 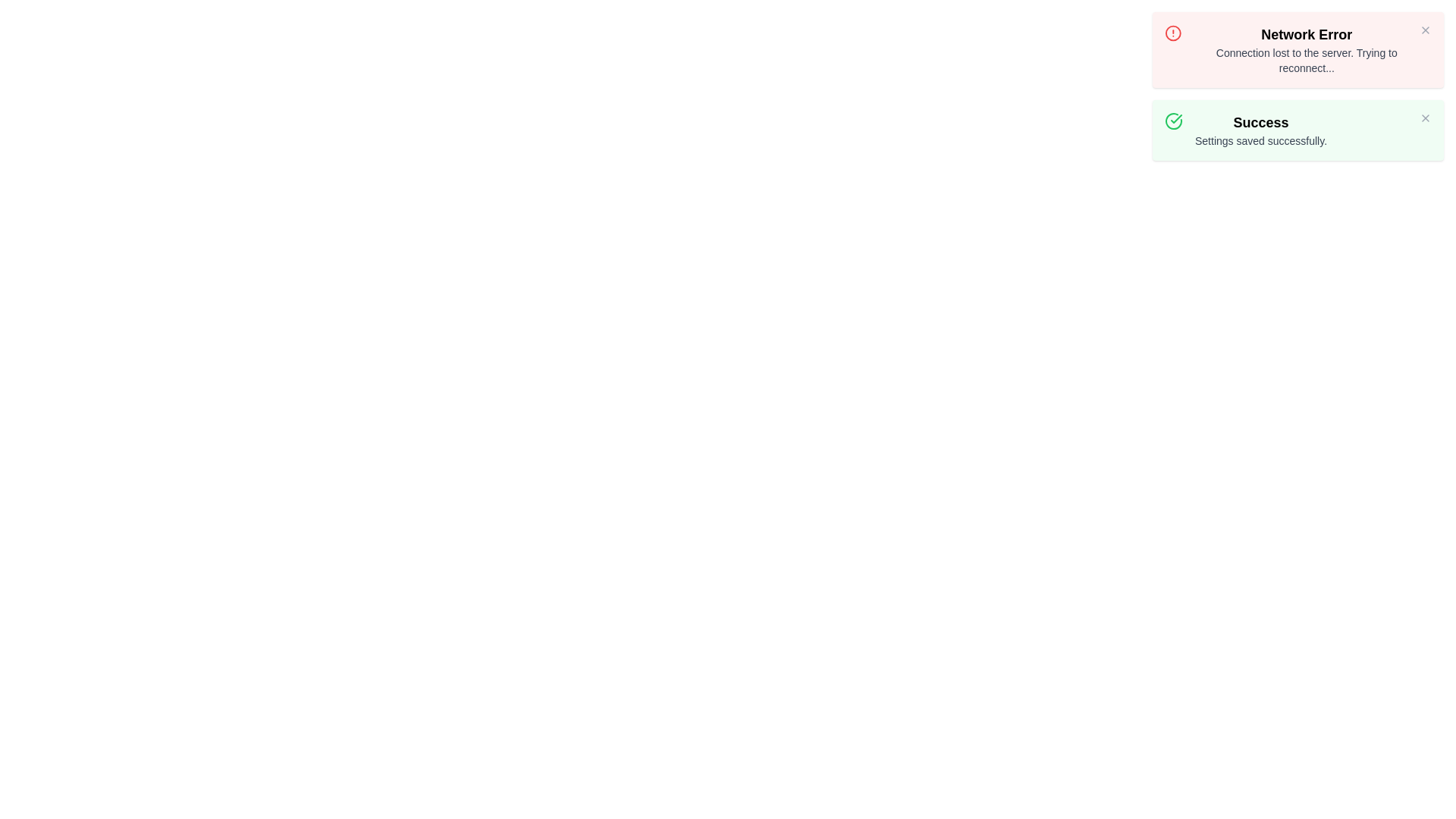 What do you see at coordinates (1172, 33) in the screenshot?
I see `the decorative circle element that is part of the alert icon for the 'Network Error' message, located at the top-right side of the interface` at bounding box center [1172, 33].